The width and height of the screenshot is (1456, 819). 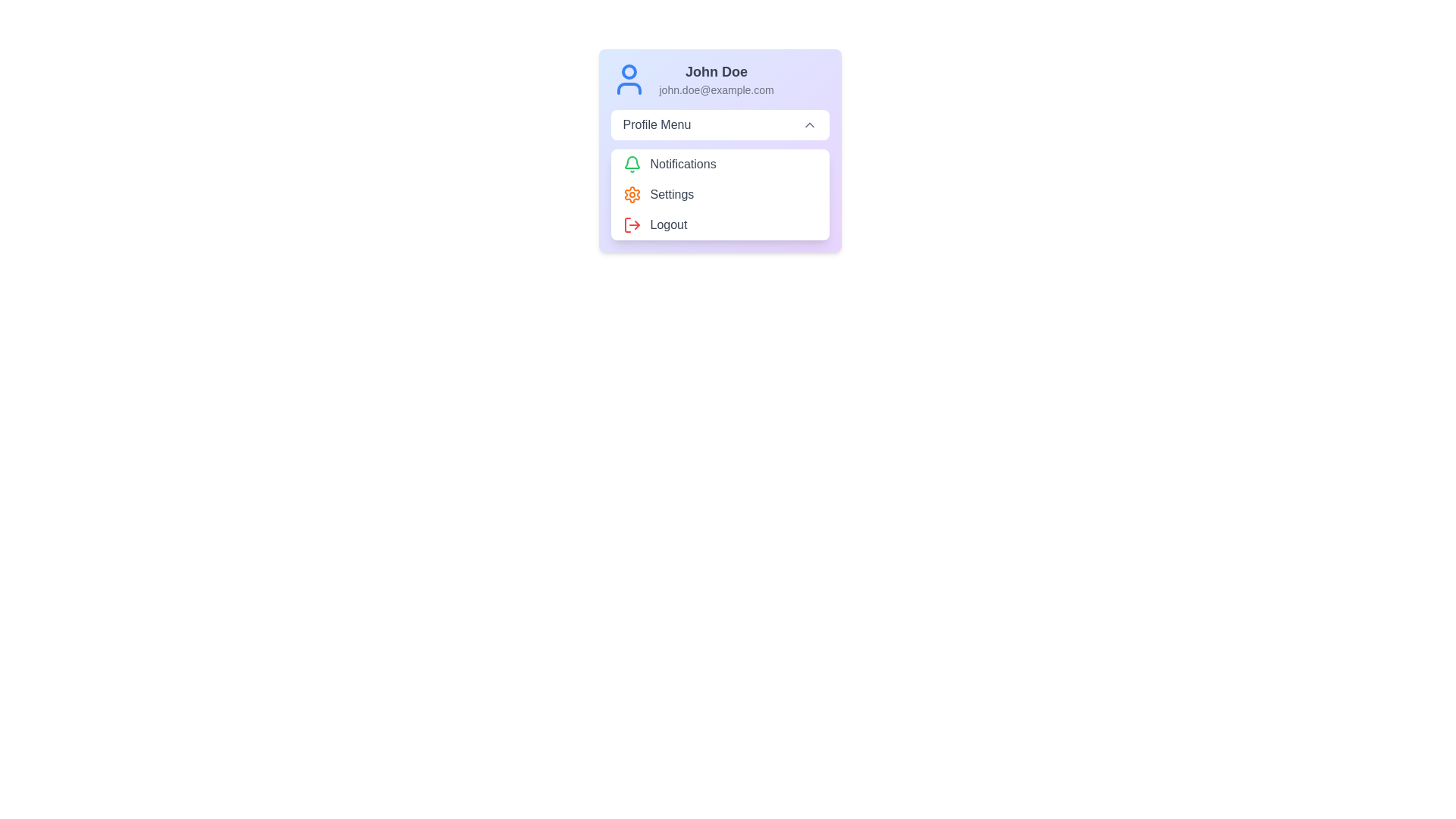 I want to click on the 'Logout' text label in the dropdown menu, so click(x=668, y=225).